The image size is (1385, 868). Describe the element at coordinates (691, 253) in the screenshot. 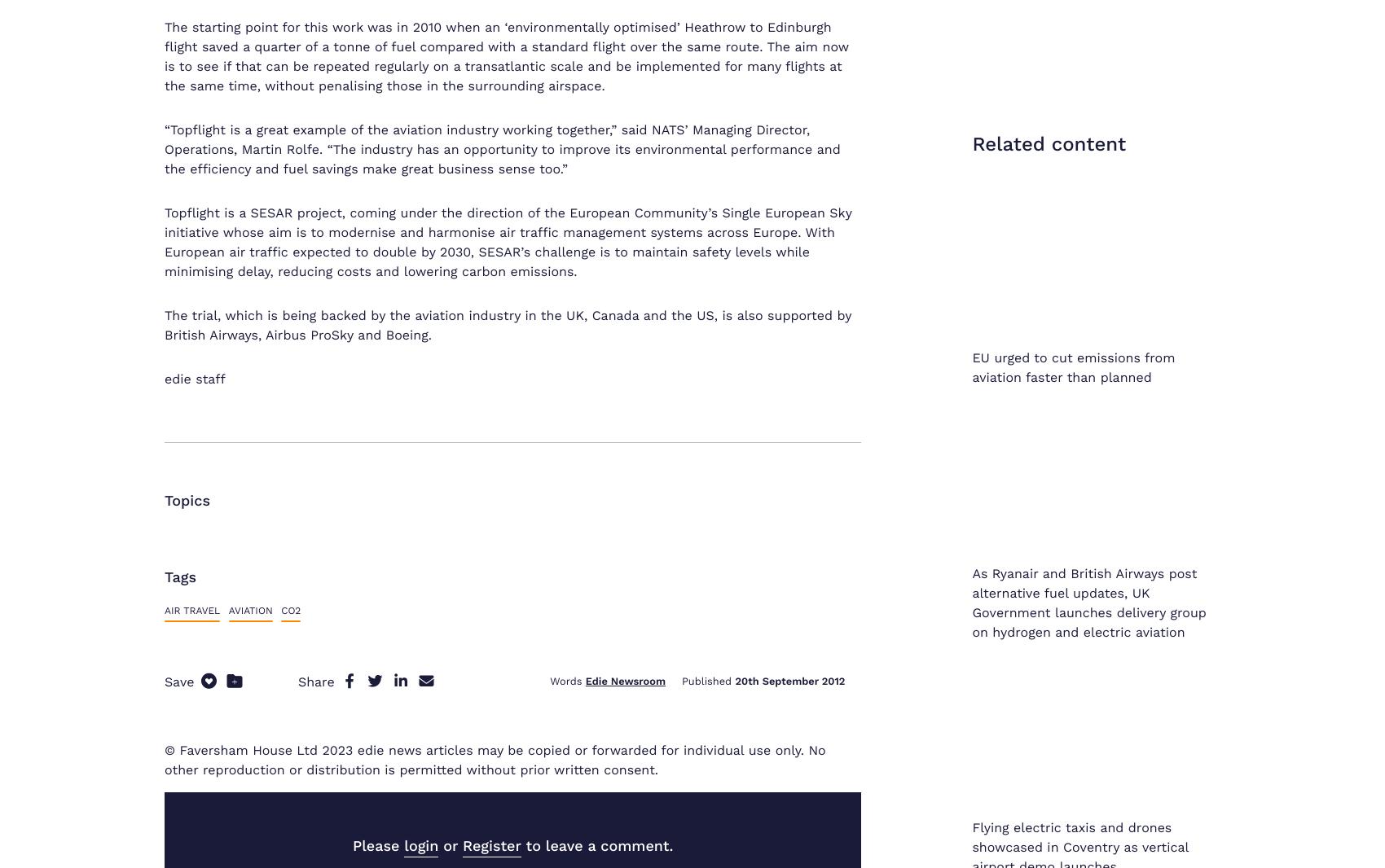

I see `'empowering sustainable business'` at that location.